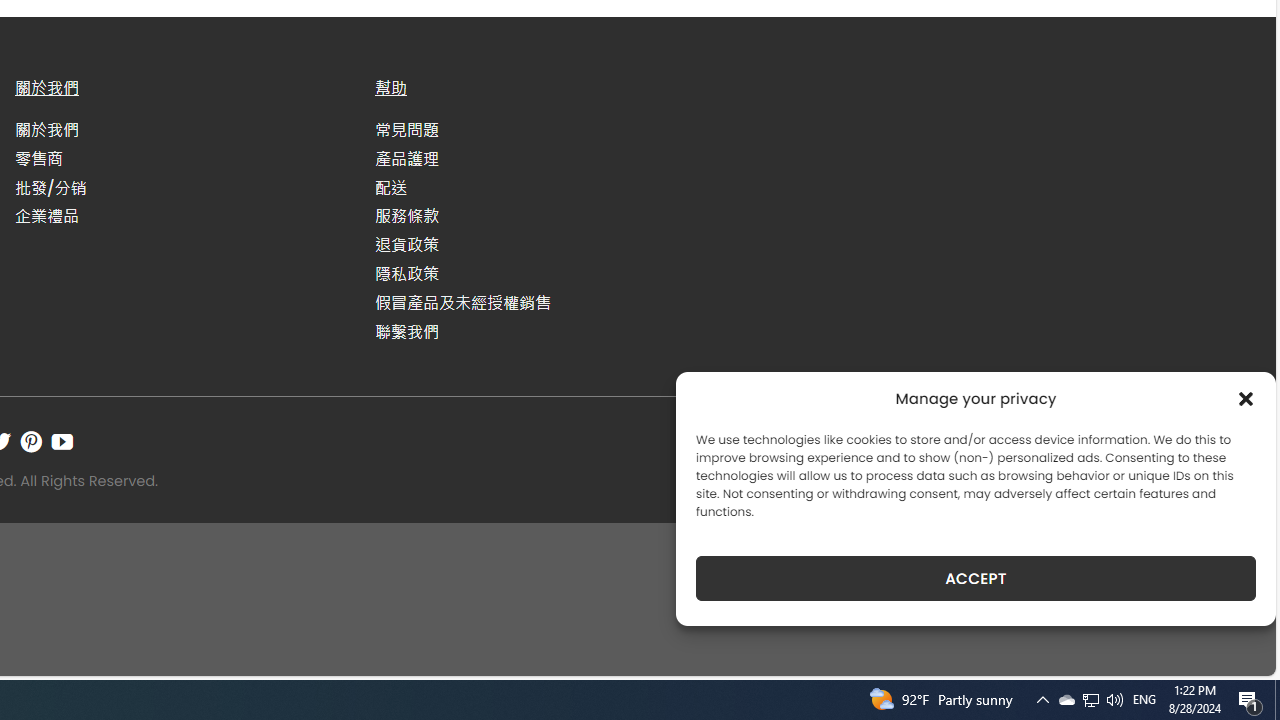  I want to click on 'Follow on YouTube', so click(62, 440).